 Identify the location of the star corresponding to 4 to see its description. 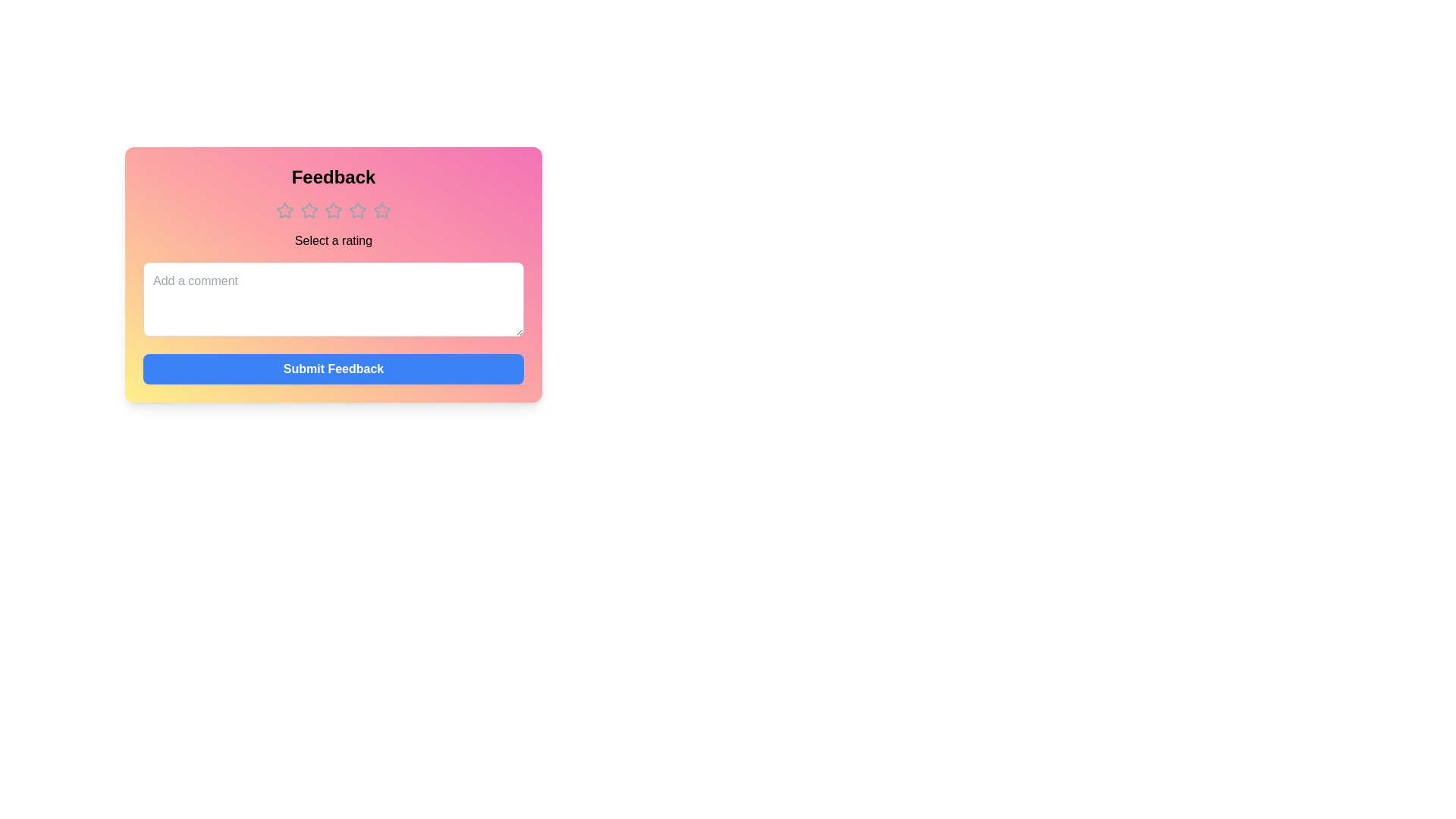
(356, 210).